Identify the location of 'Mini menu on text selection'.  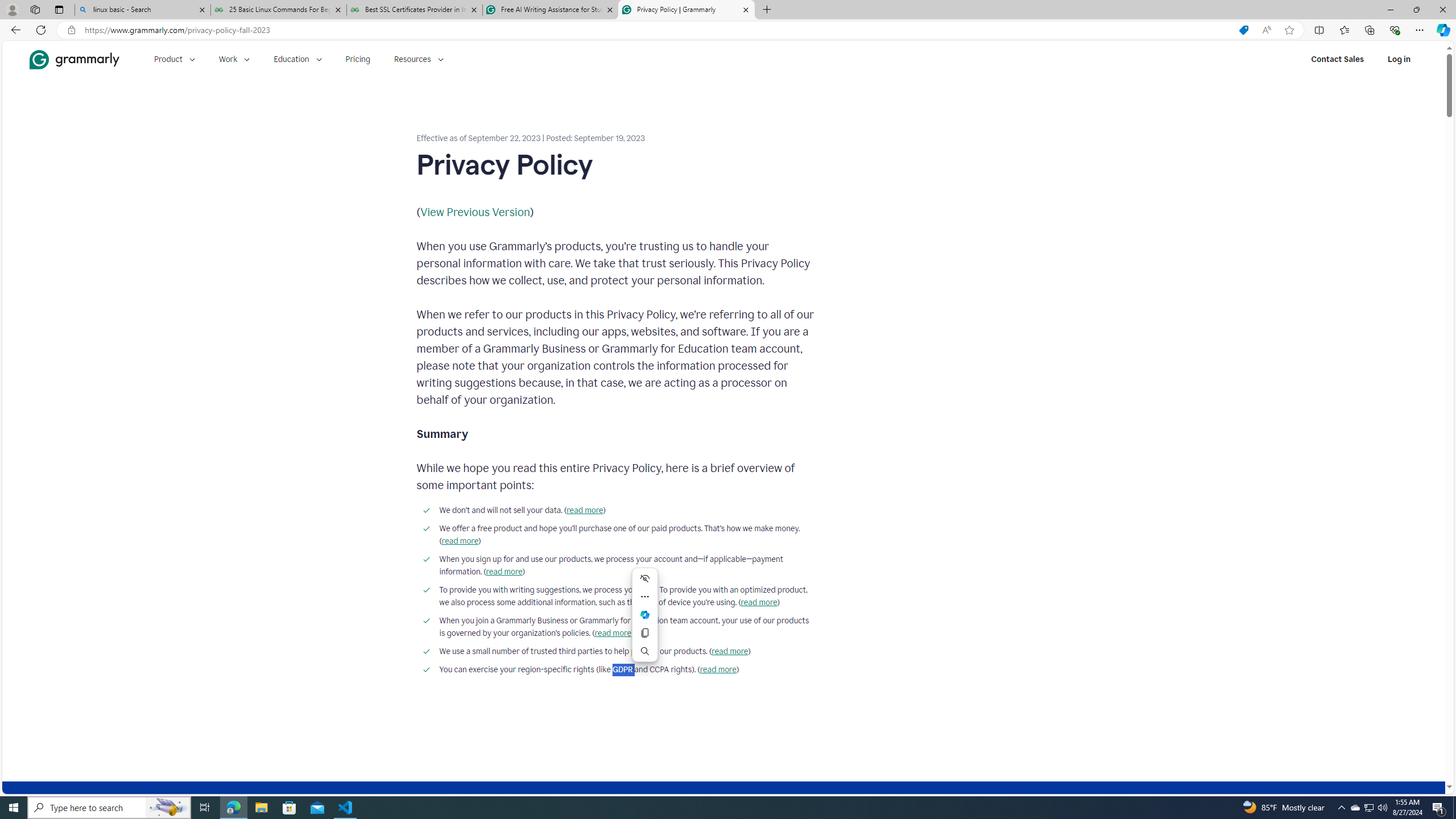
(644, 614).